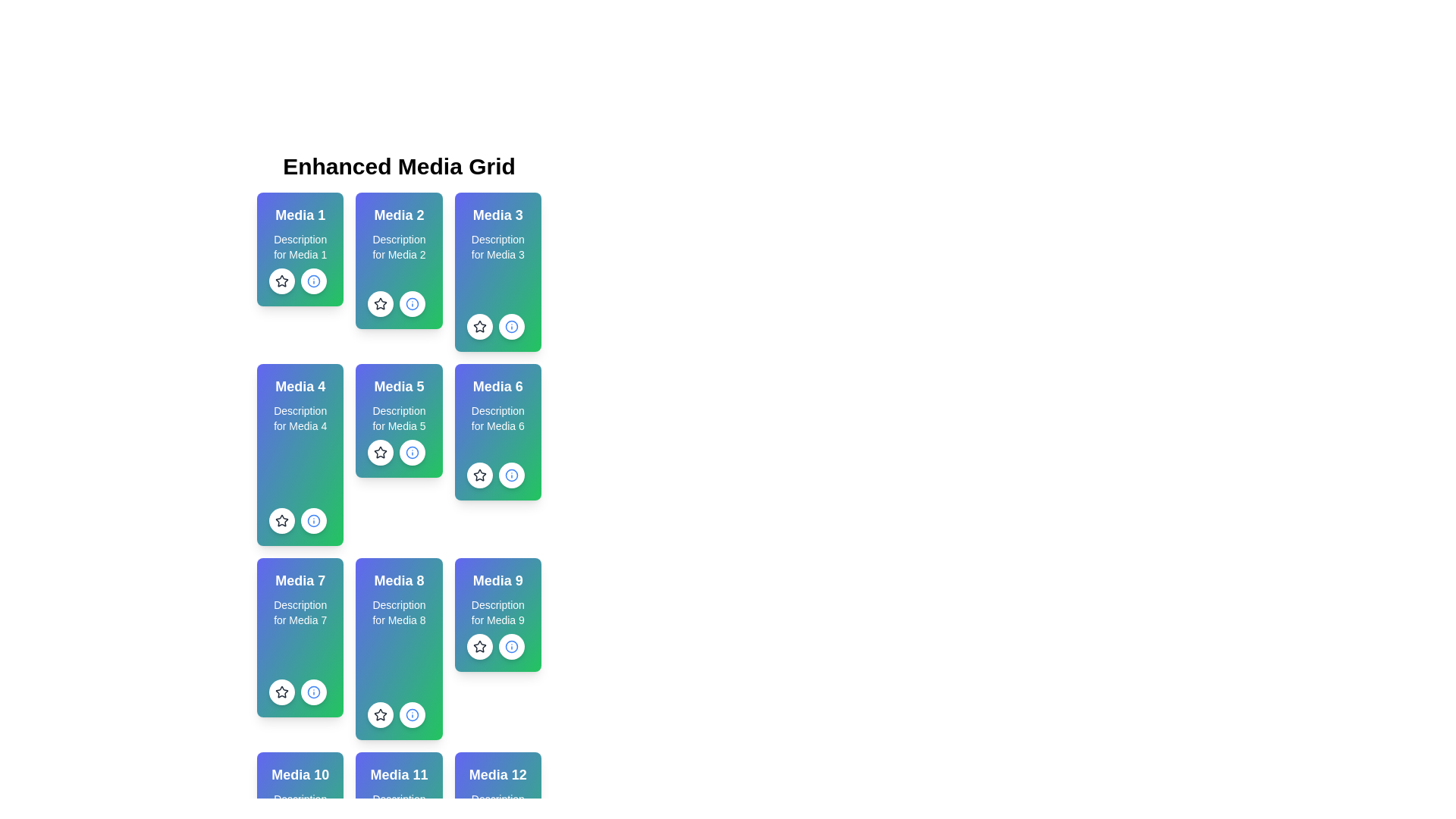 The height and width of the screenshot is (819, 1456). Describe the element at coordinates (495, 326) in the screenshot. I see `the information icon button located at the bottom-left corner of the 'Media 3' card to get more information` at that location.